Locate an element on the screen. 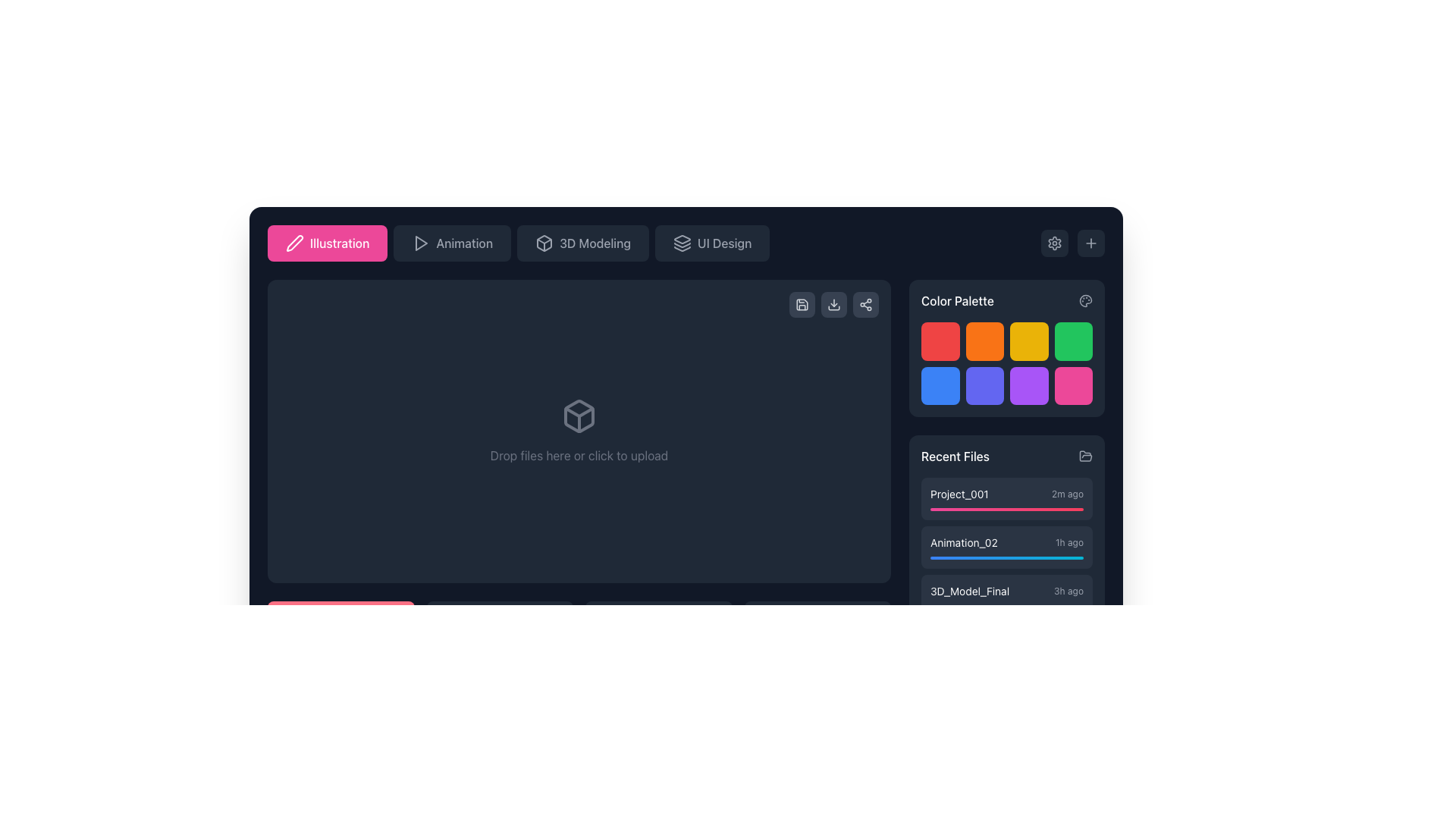 The image size is (1456, 819). the 3D box icon, which serves as the background and primary body of the graphical representation in the interface is located at coordinates (578, 416).